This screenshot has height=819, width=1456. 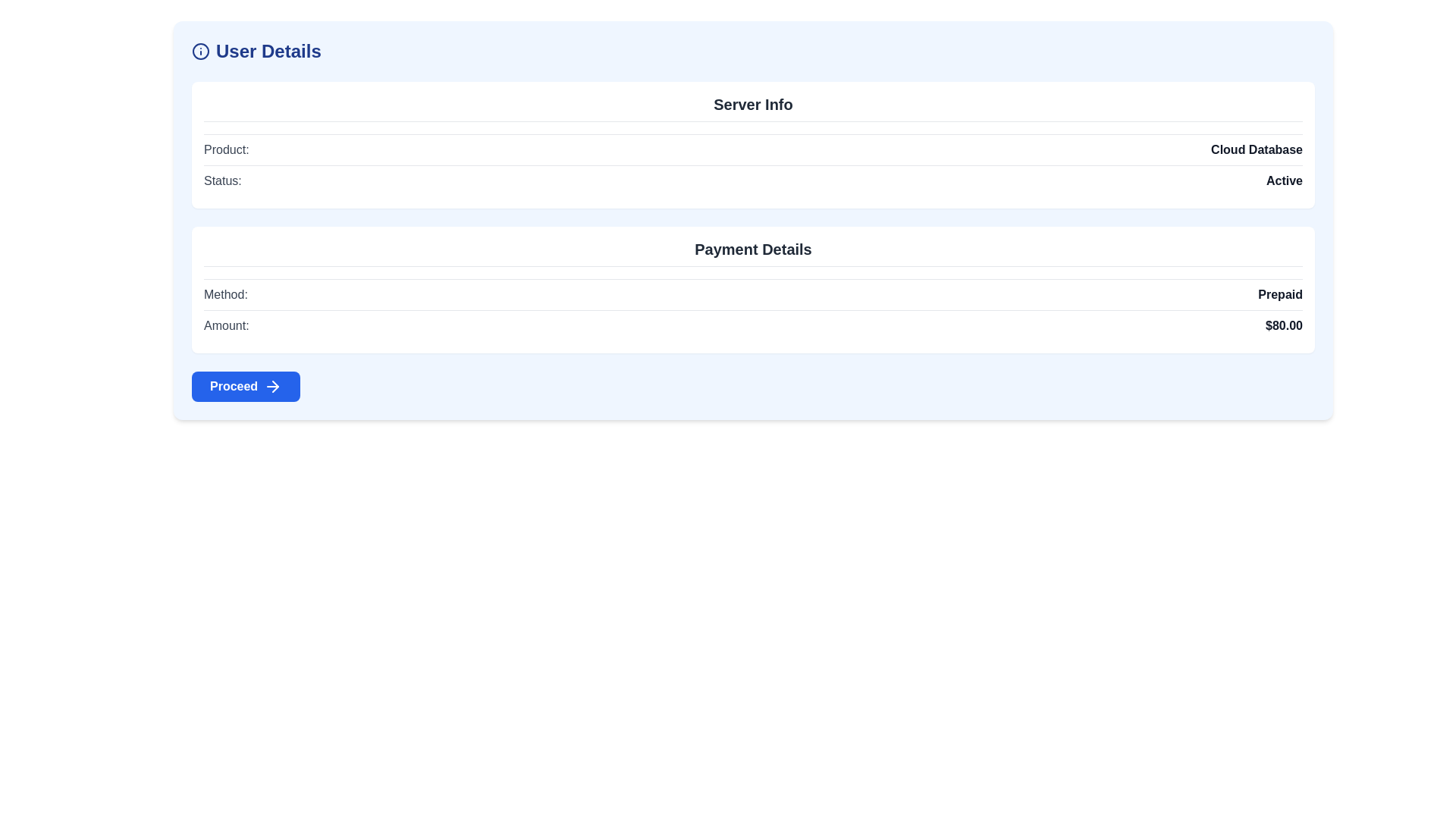 What do you see at coordinates (199, 51) in the screenshot?
I see `the information icon, which is a blue circular outline with a dot and a vertical line inside, located to the immediate left of the 'User Details' heading` at bounding box center [199, 51].